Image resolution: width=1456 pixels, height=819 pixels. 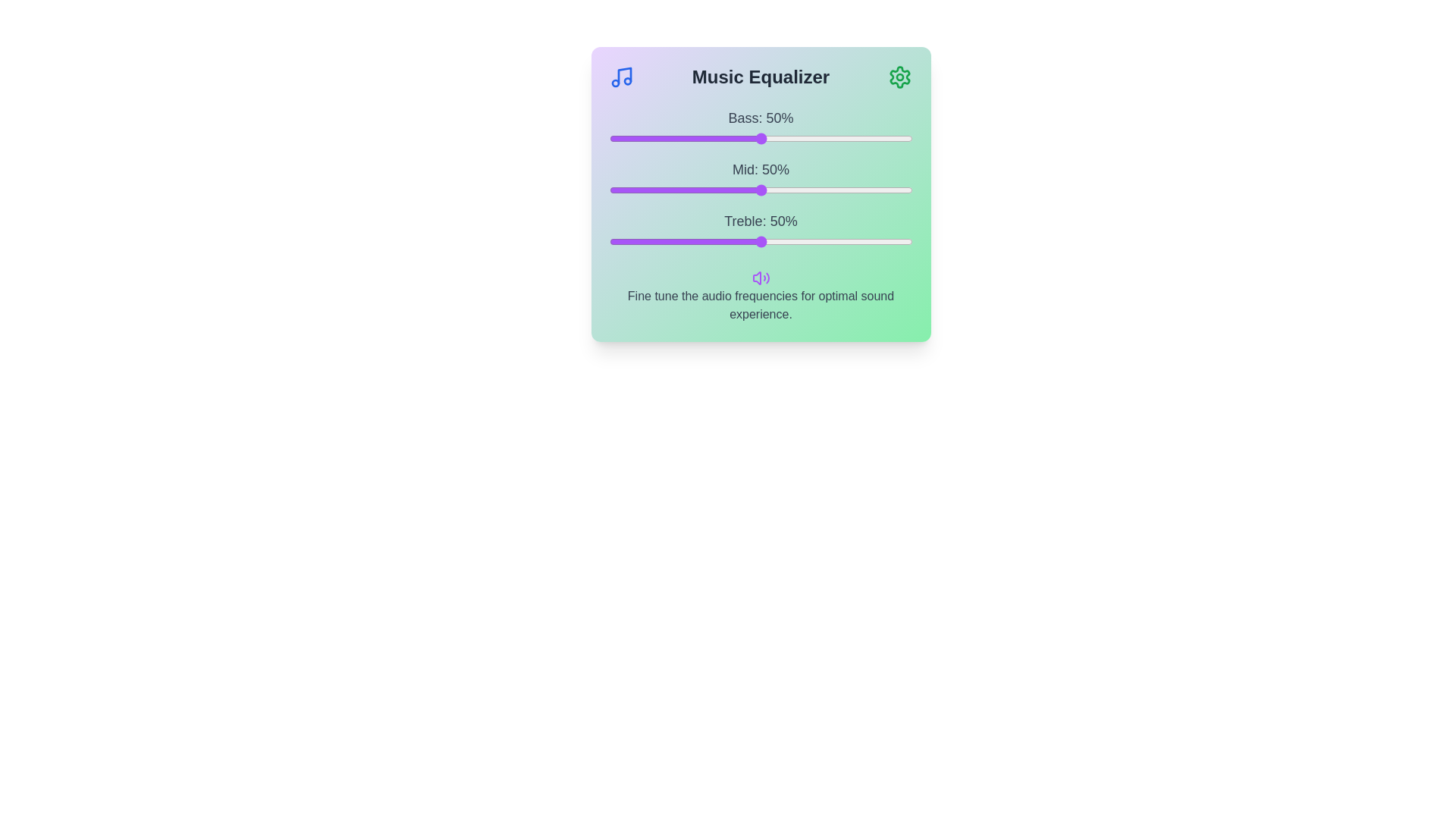 What do you see at coordinates (845, 138) in the screenshot?
I see `the bass slider to 78%` at bounding box center [845, 138].